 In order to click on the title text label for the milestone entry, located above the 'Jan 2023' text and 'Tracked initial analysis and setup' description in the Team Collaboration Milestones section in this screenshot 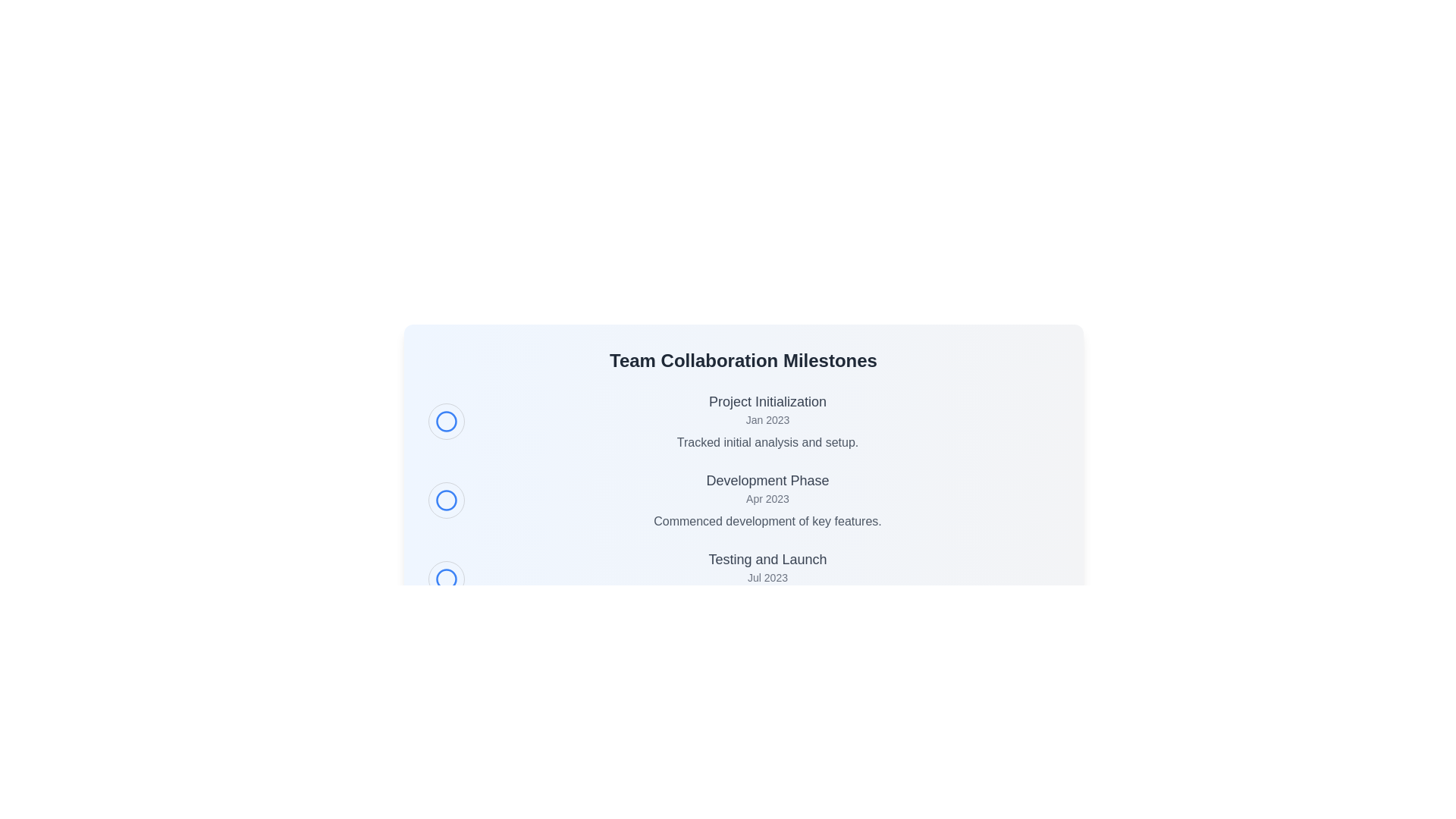, I will do `click(767, 400)`.